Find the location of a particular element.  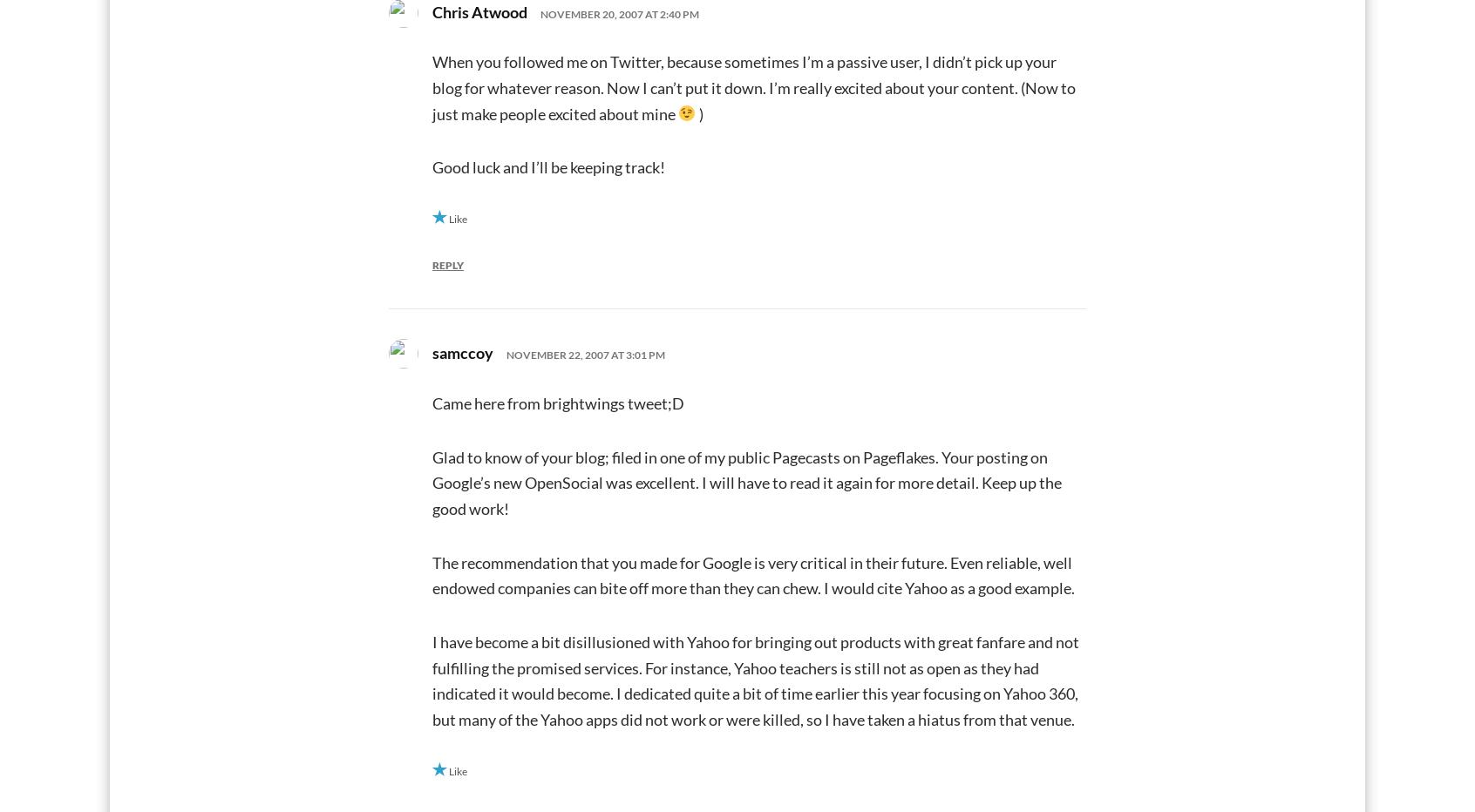

'Reply' is located at coordinates (448, 264).